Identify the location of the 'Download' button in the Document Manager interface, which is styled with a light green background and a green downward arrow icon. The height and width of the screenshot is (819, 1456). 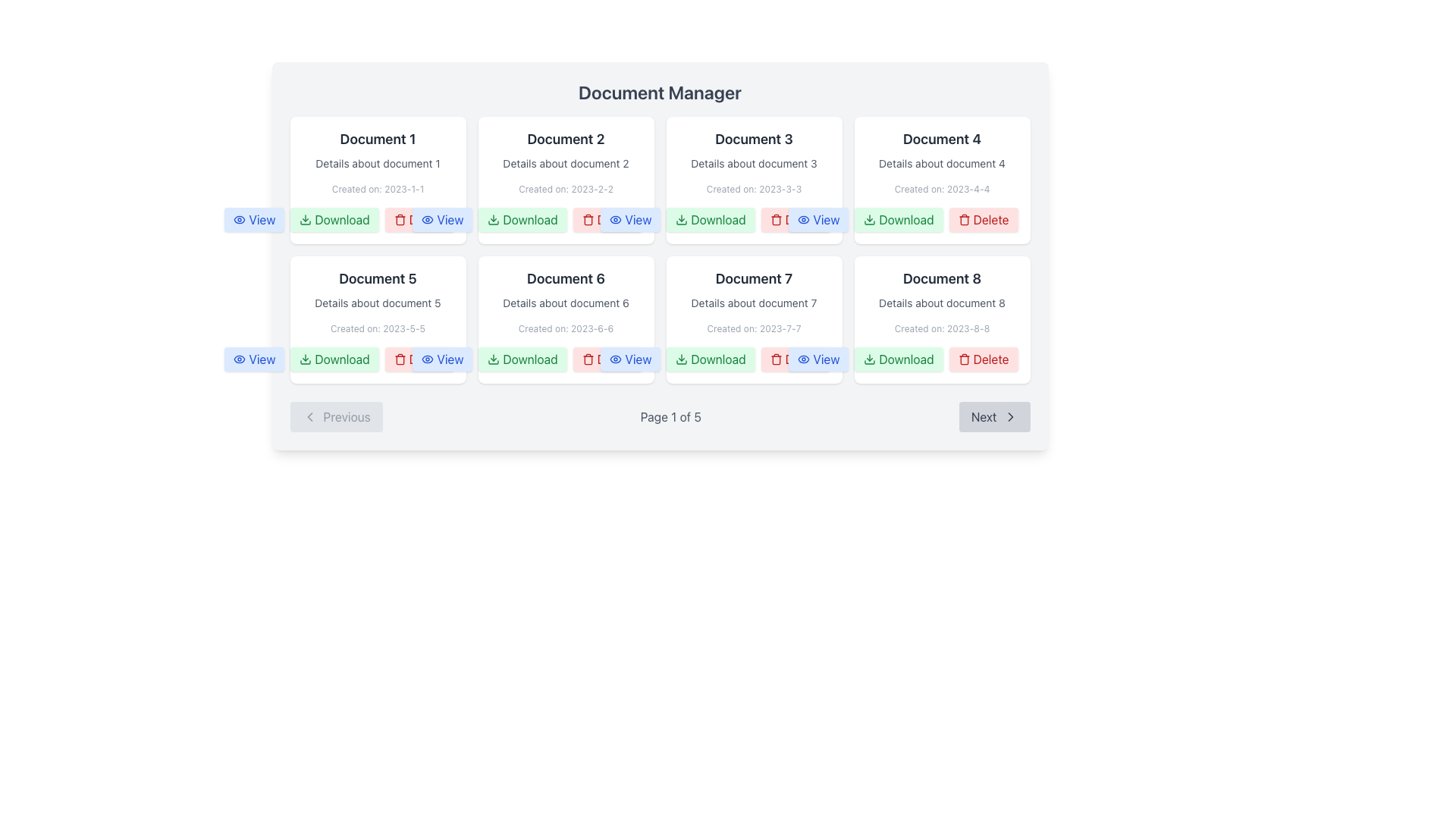
(334, 359).